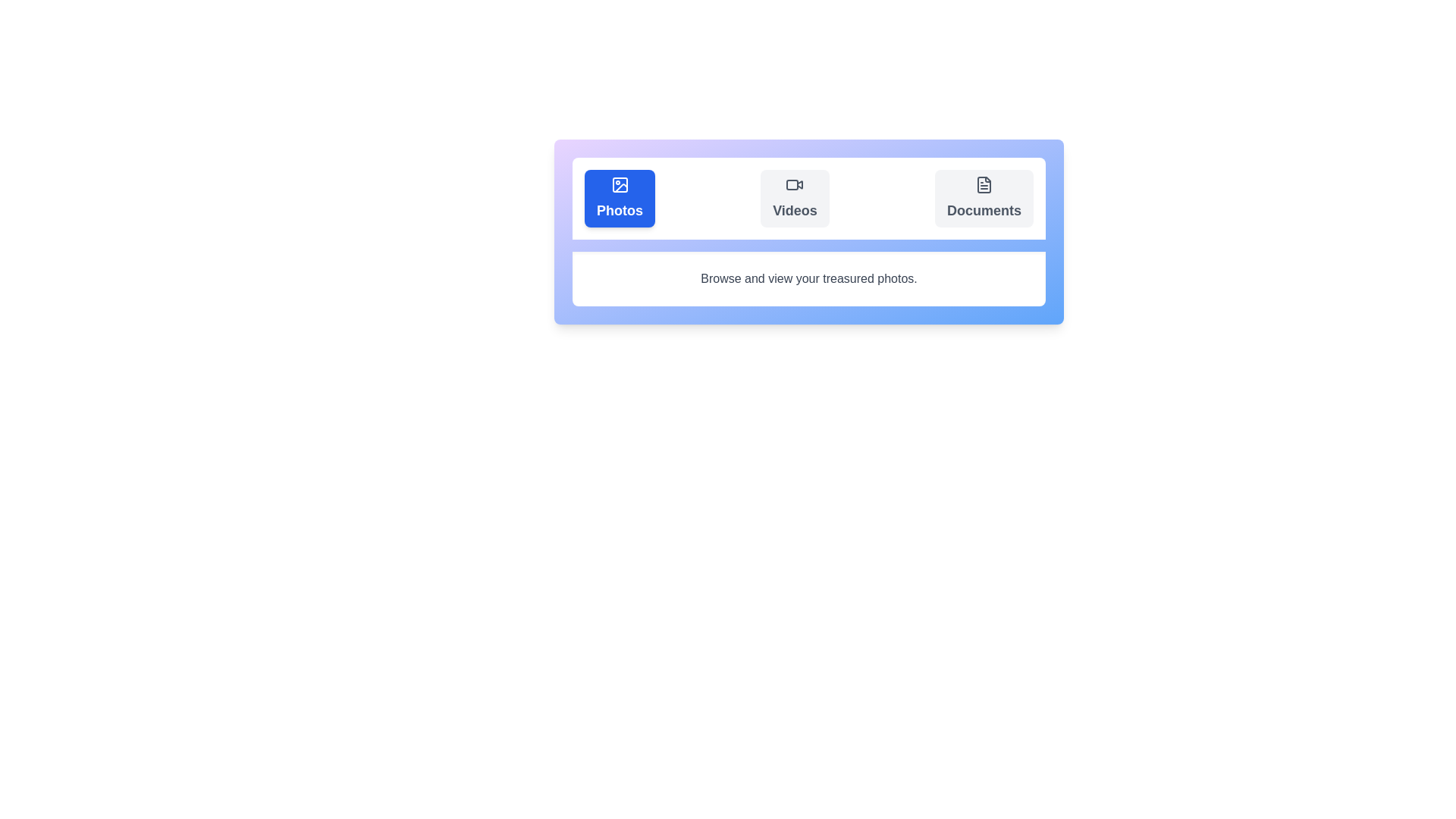  I want to click on the third button in the document section to trigger the hover scale effect, so click(984, 198).